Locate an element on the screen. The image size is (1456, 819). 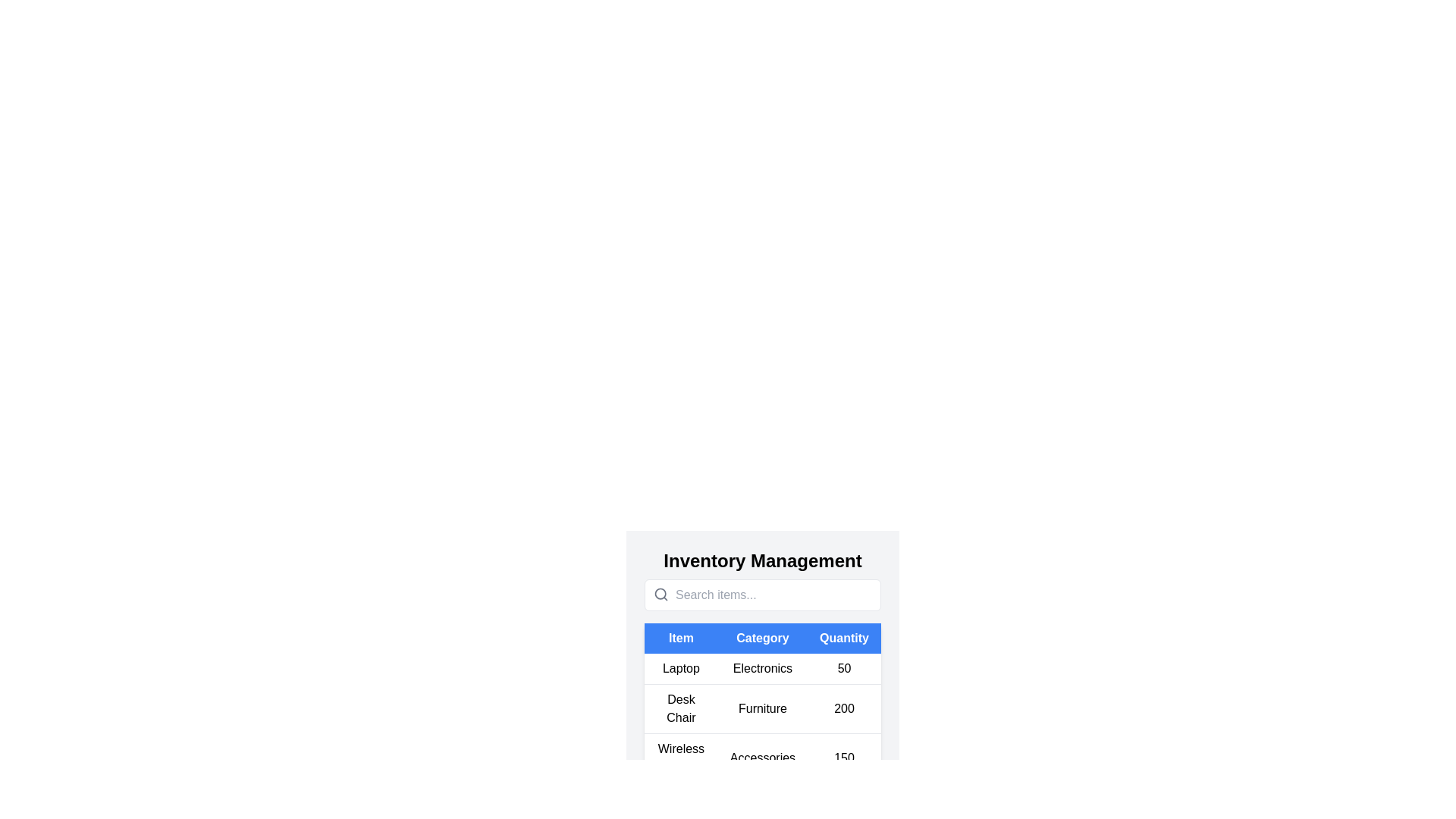
the table header Item to sort the table by that column is located at coordinates (679, 638).